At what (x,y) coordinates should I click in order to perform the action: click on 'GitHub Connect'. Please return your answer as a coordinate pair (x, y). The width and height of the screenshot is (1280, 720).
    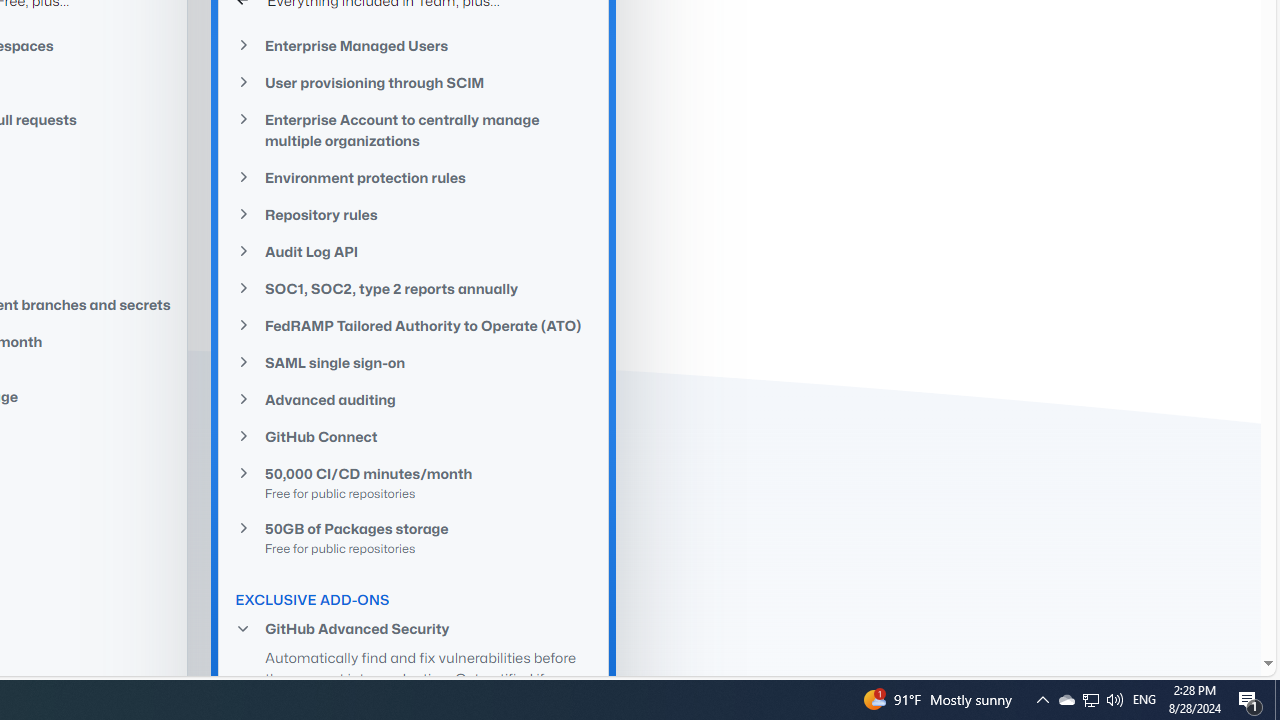
    Looking at the image, I should click on (413, 436).